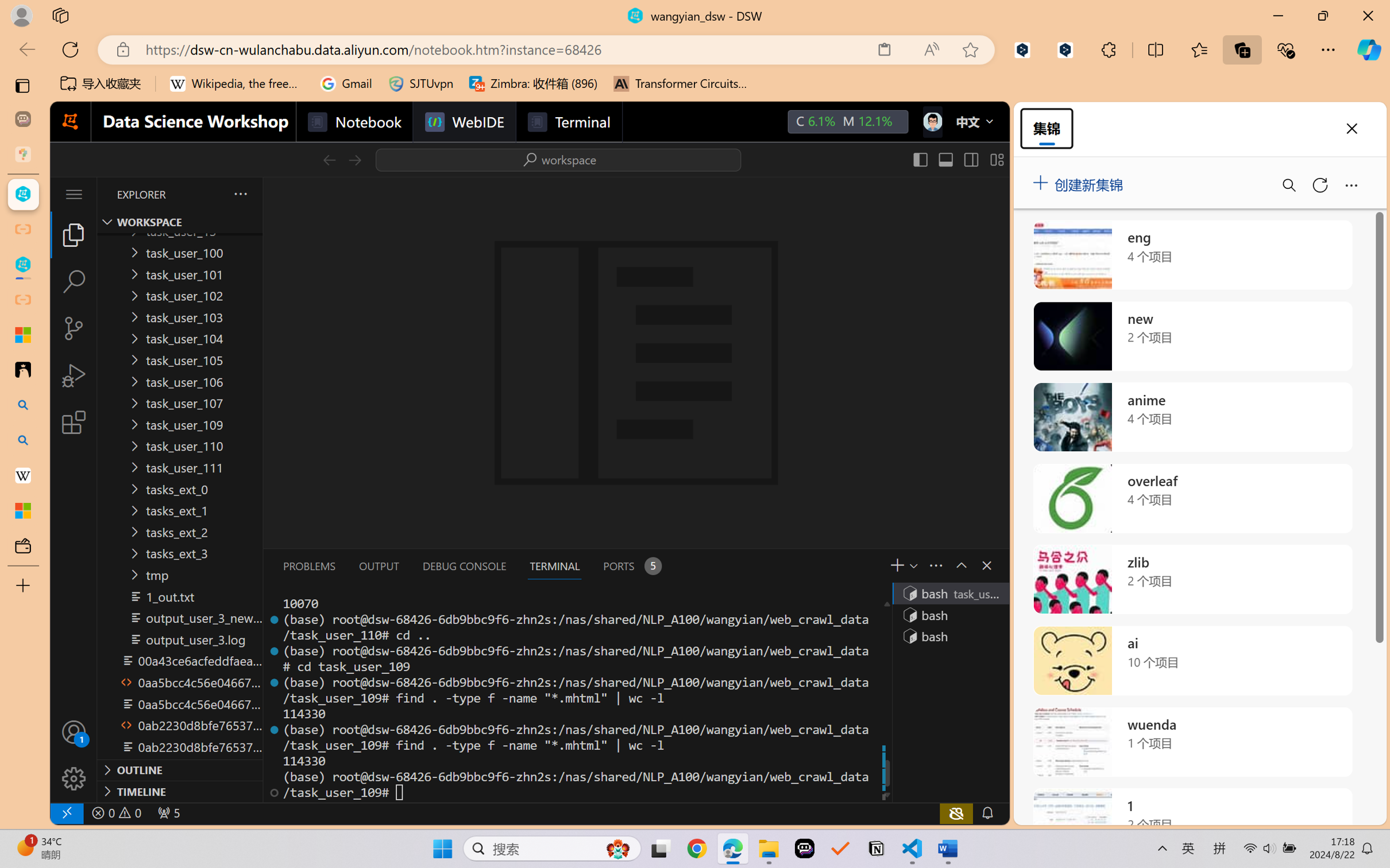 The height and width of the screenshot is (868, 1390). Describe the element at coordinates (569, 121) in the screenshot. I see `'Terminal'` at that location.